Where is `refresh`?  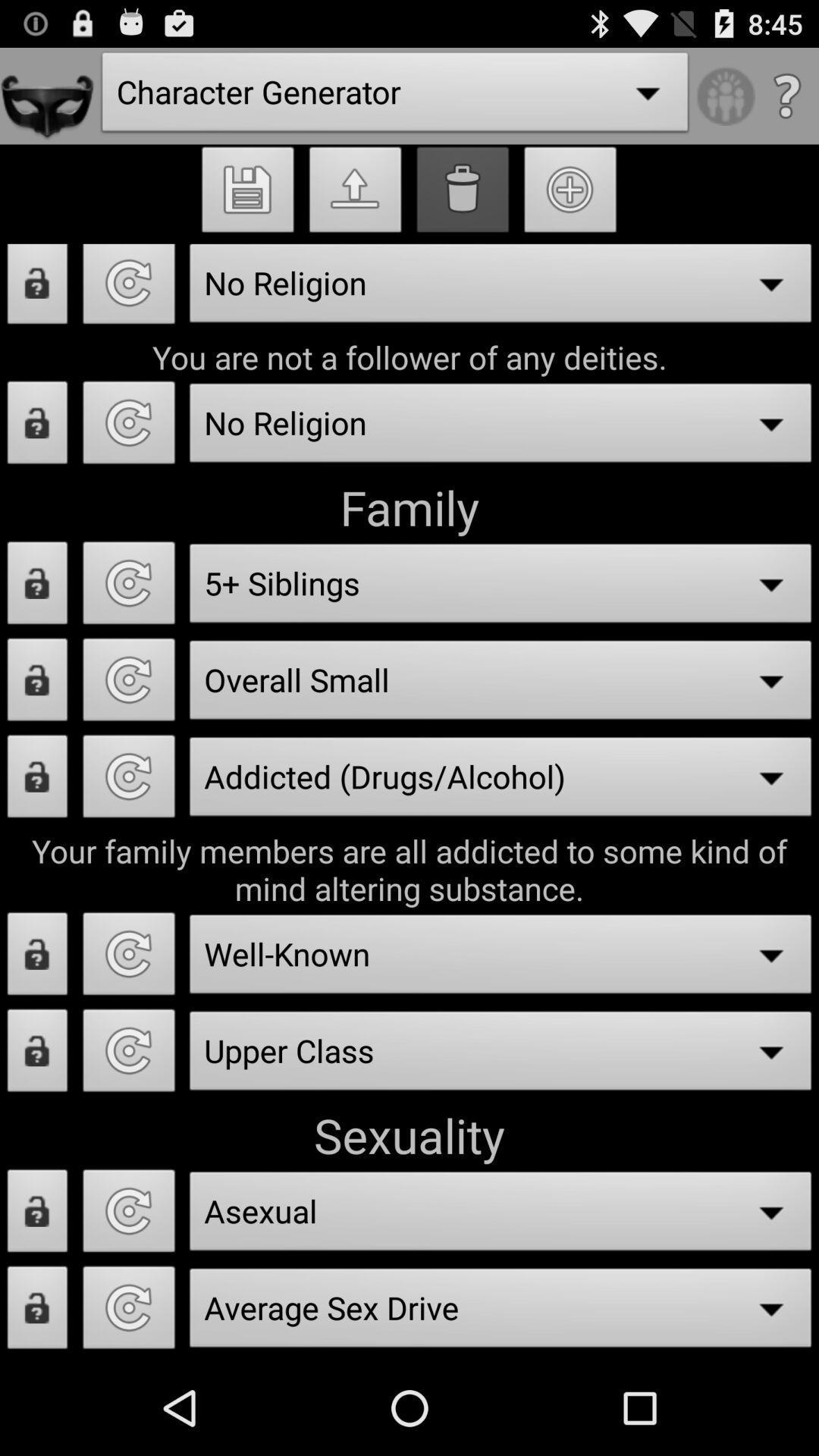 refresh is located at coordinates (128, 683).